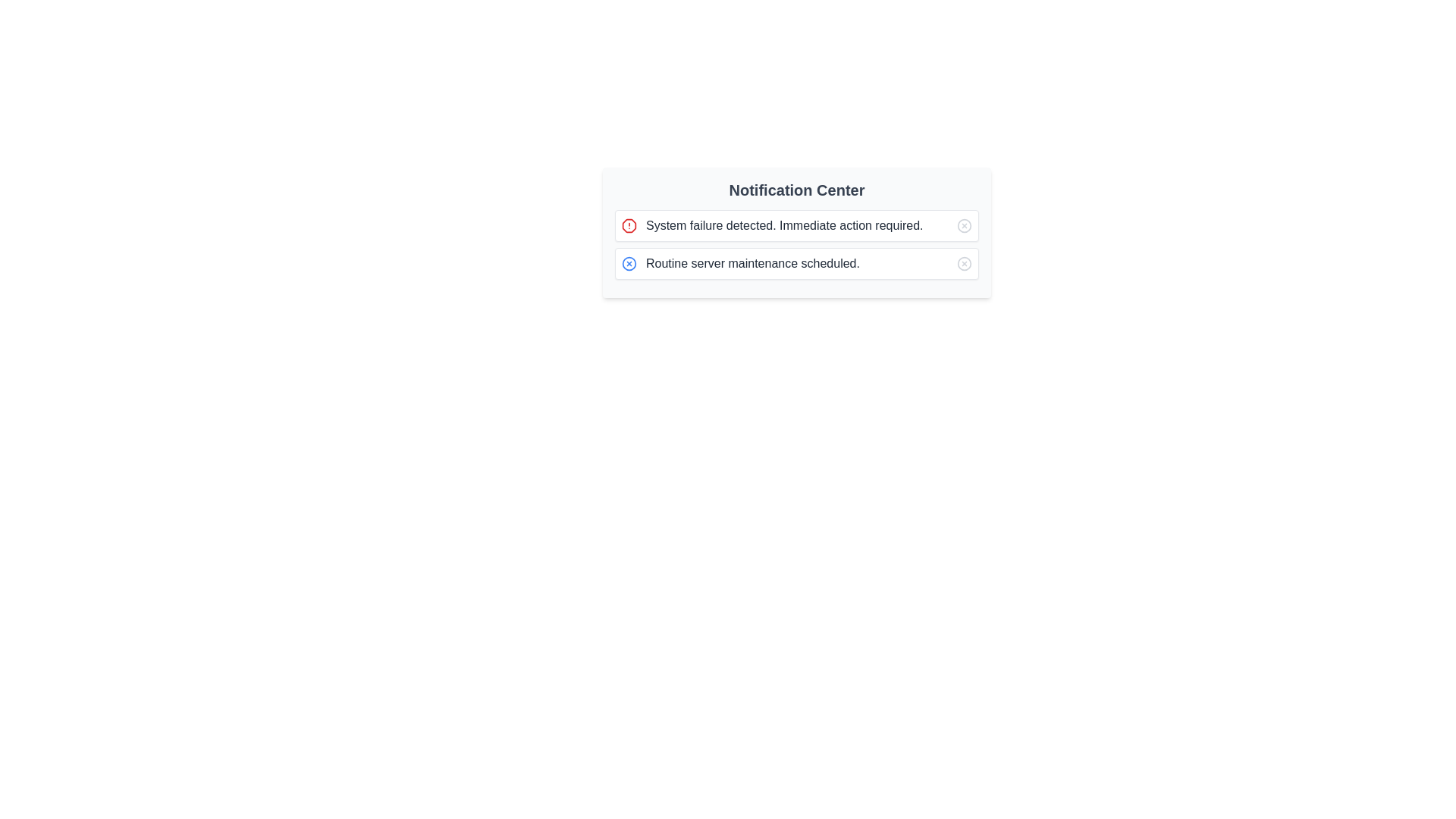 The image size is (1456, 819). Describe the element at coordinates (964, 262) in the screenshot. I see `the circular graphic within the icon located at the far right side of the second notification item stating 'Routine server maintenance scheduled' in the 'Notification Center'` at that location.